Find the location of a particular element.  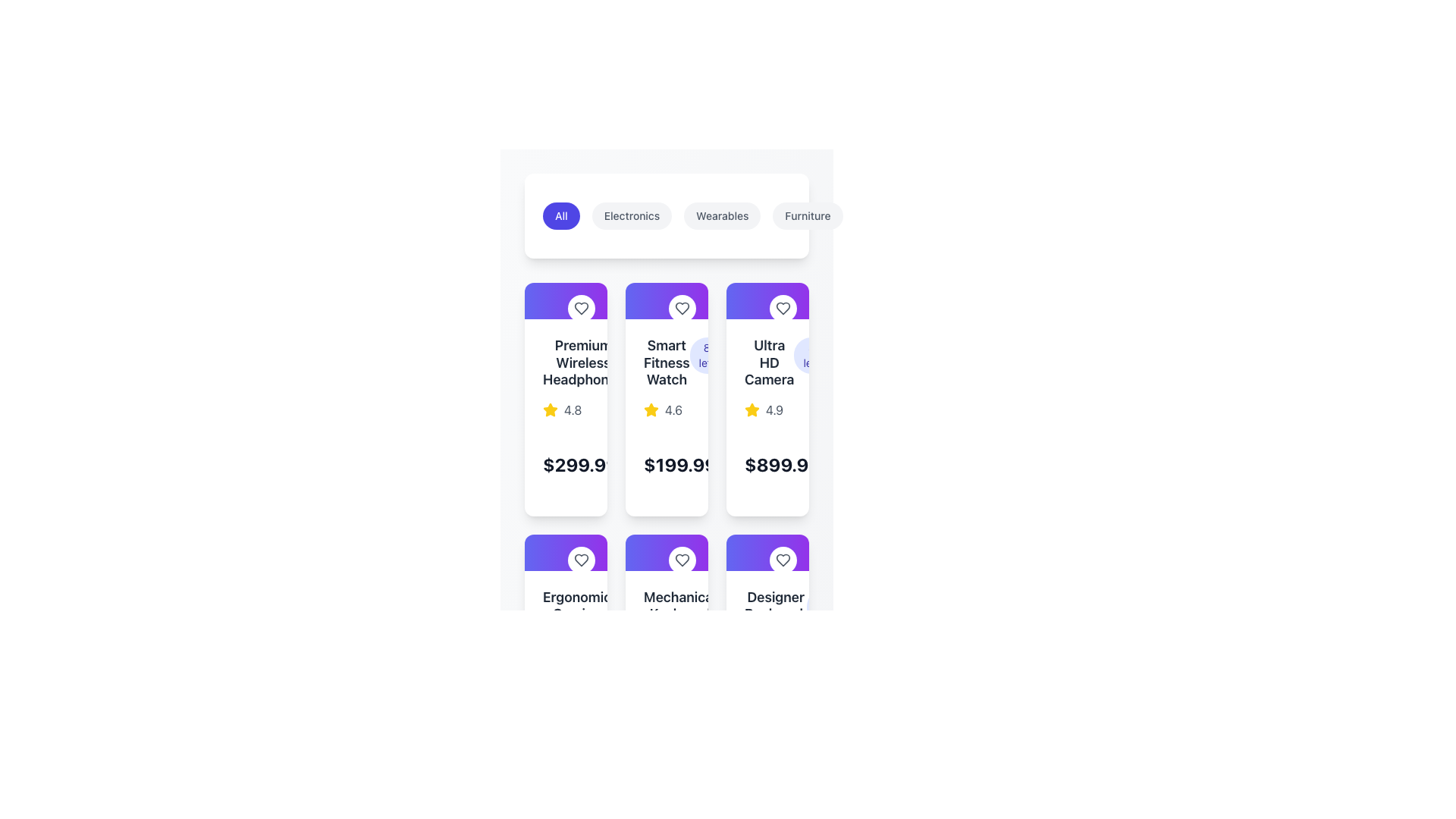

the 'like' icon button located in the top-right corner of the 'Premium Wireless Headphone' card to favorite the item is located at coordinates (581, 308).